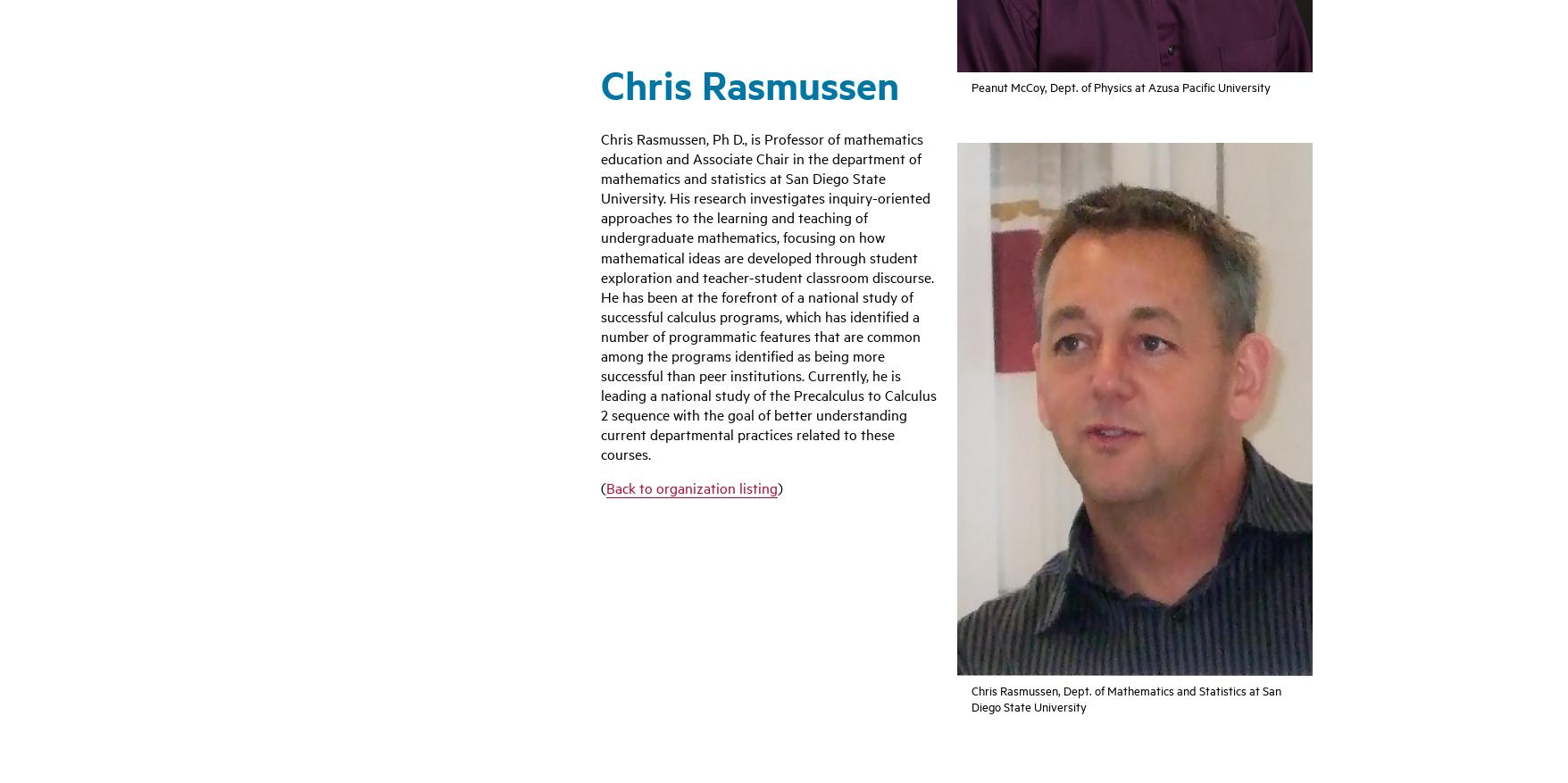  I want to click on 'Community and Neighbors', so click(1075, 493).